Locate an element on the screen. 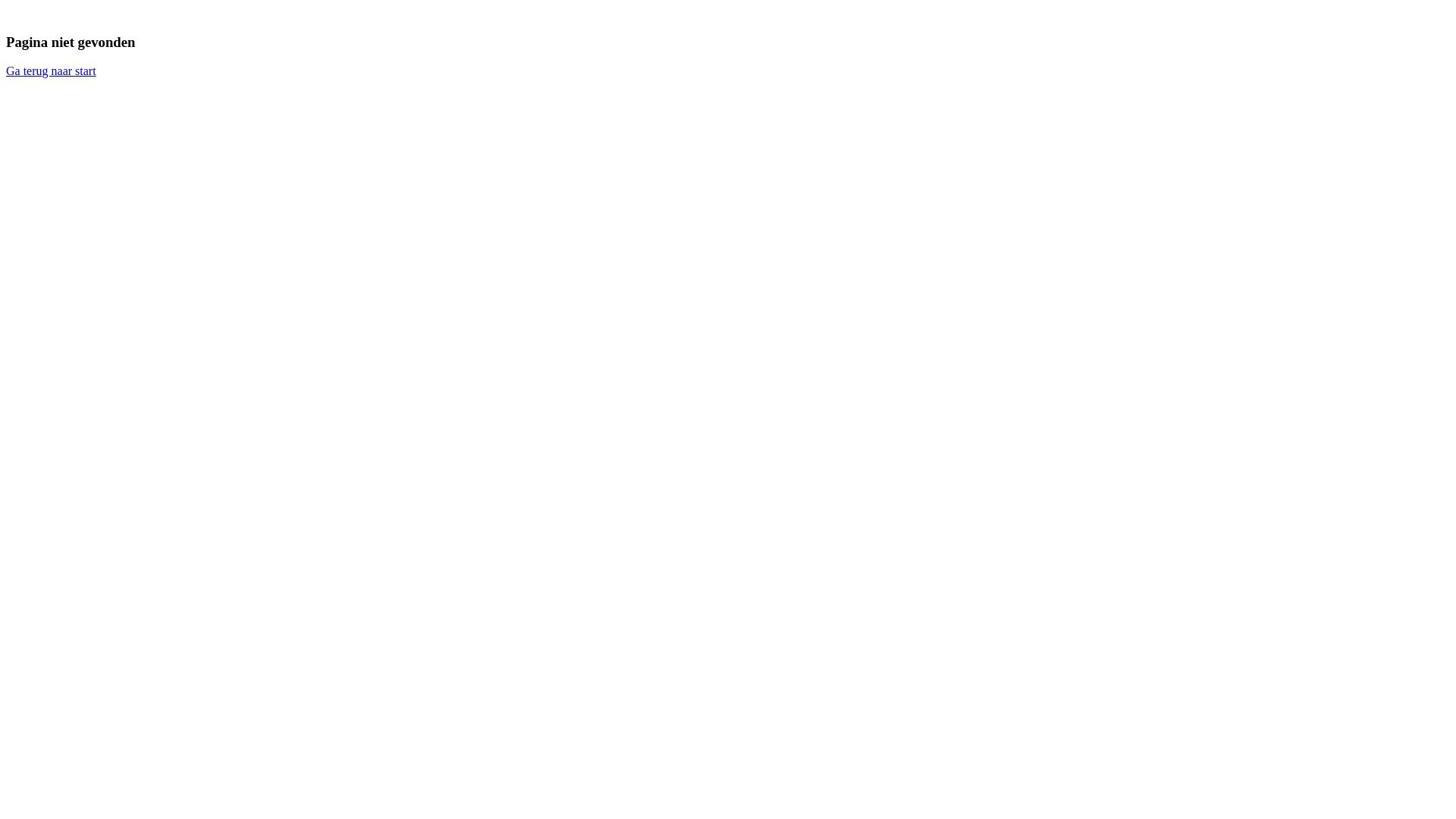 The height and width of the screenshot is (819, 1456). 'Ga terug naar start' is located at coordinates (51, 71).